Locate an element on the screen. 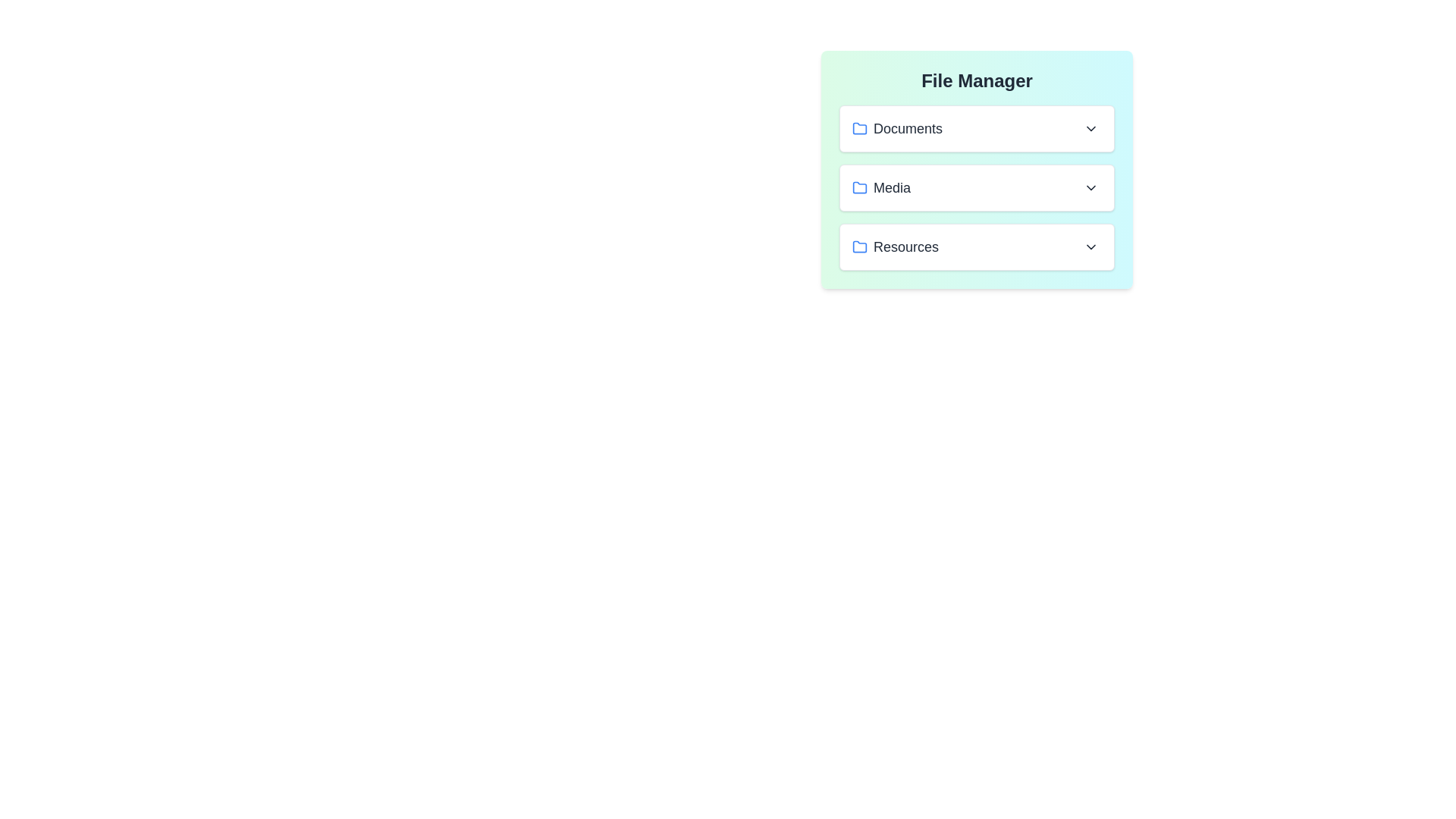 This screenshot has height=819, width=1456. the file VacationPhoto.jpg from the folder Media is located at coordinates (977, 187).